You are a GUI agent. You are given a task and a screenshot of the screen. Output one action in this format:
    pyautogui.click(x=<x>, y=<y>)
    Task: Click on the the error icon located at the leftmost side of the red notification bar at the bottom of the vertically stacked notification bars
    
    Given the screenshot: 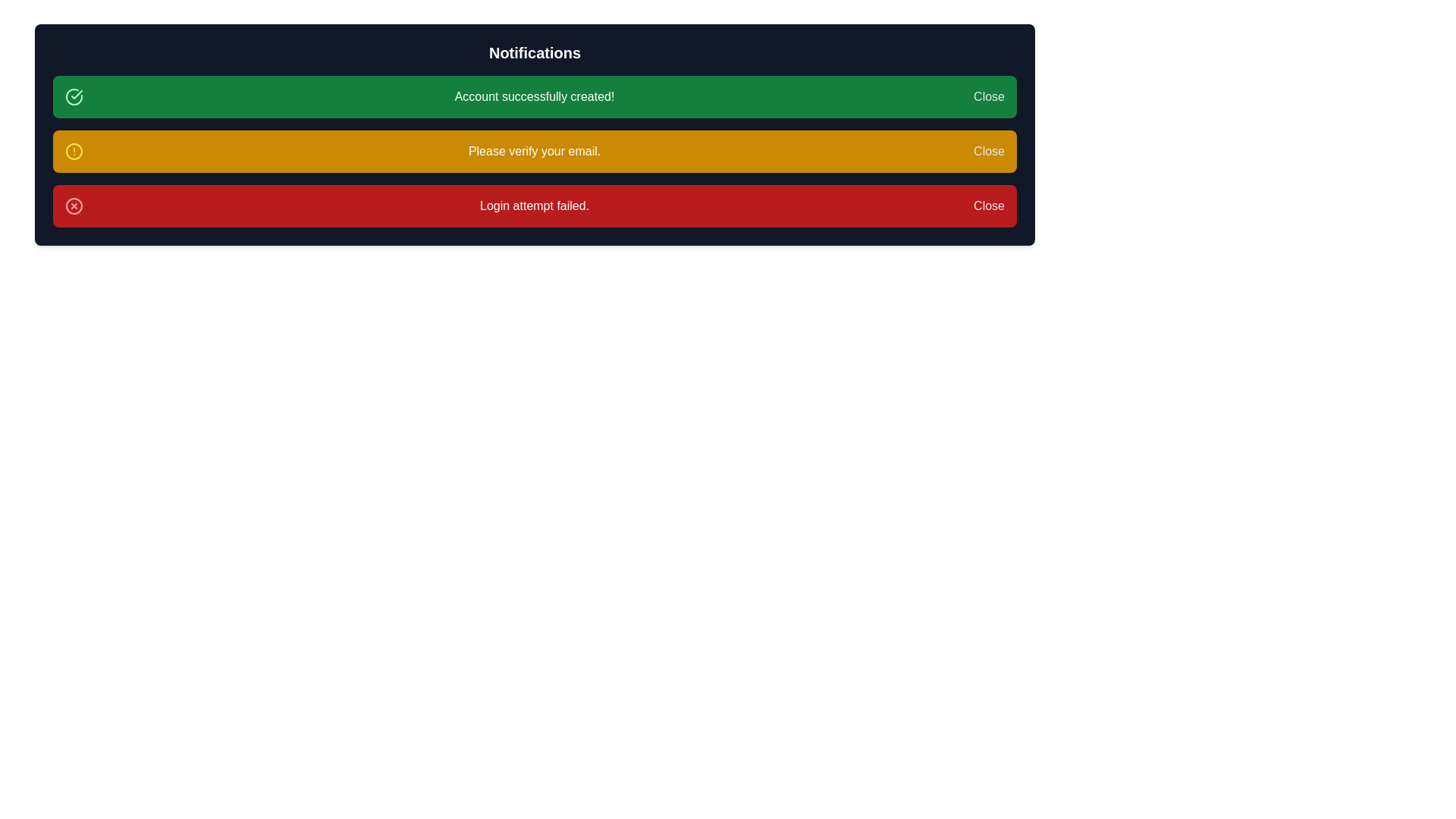 What is the action you would take?
    pyautogui.click(x=73, y=206)
    